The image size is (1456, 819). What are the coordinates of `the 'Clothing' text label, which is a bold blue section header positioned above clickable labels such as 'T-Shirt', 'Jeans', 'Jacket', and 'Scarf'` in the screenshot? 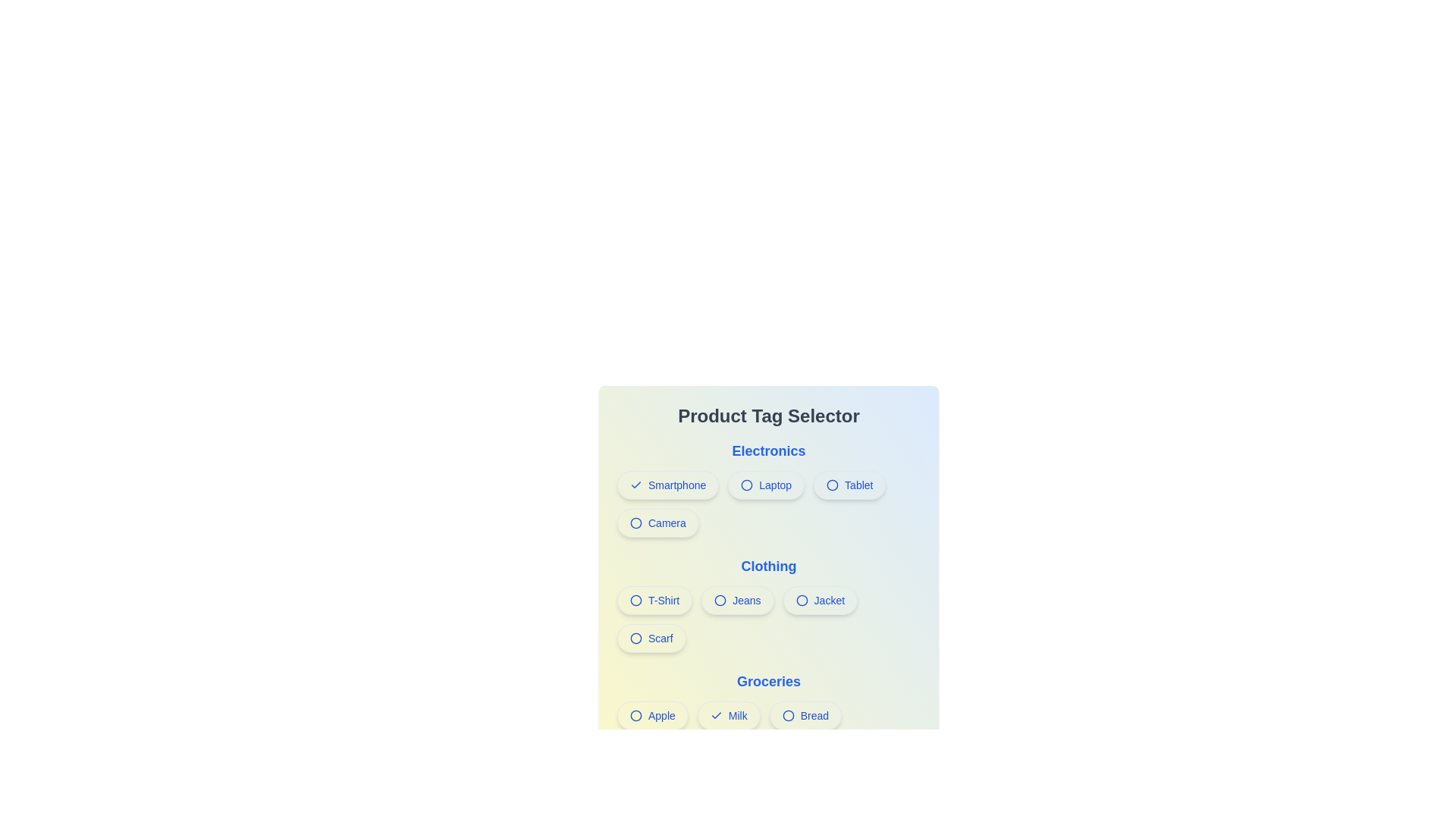 It's located at (768, 566).